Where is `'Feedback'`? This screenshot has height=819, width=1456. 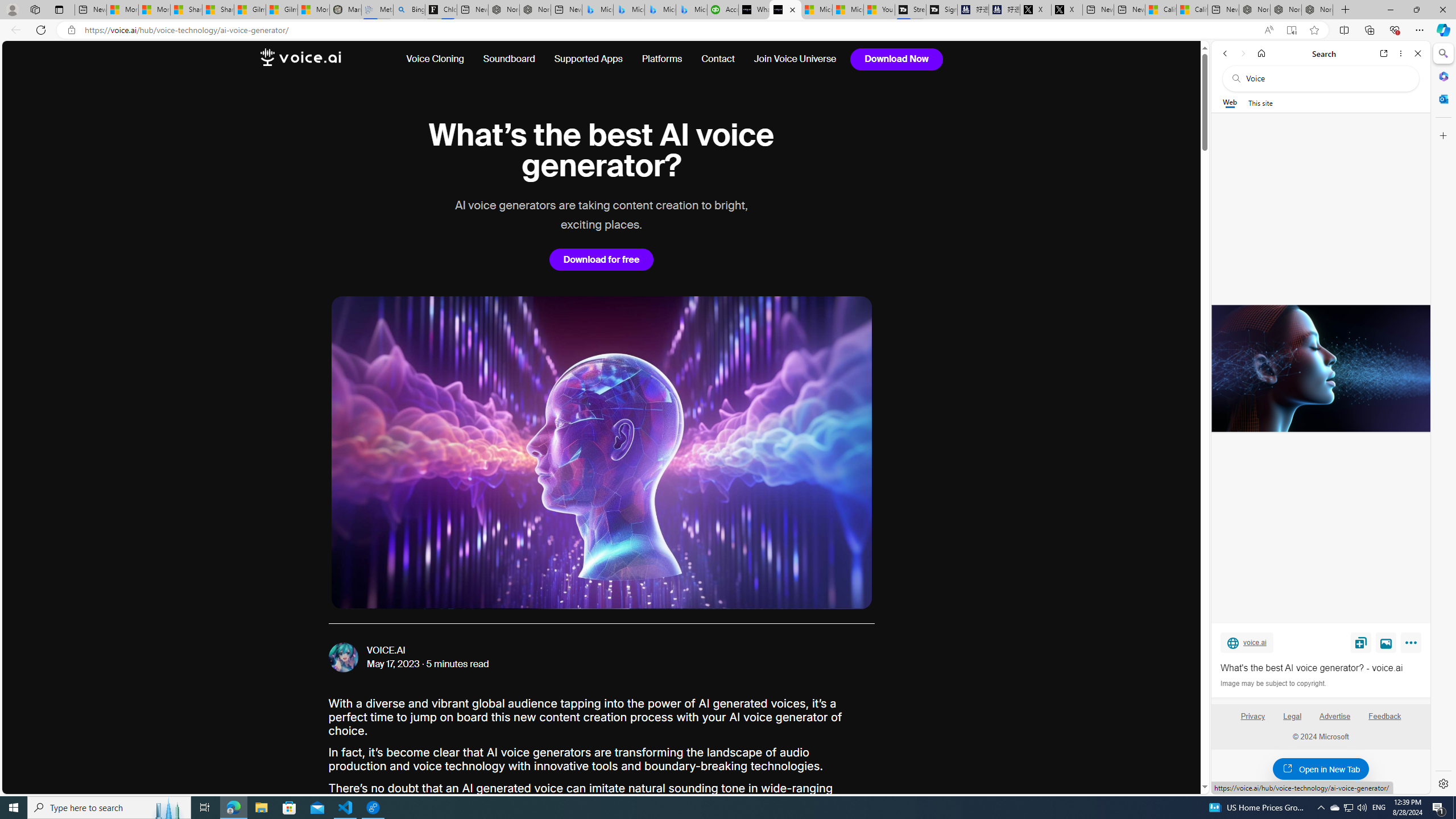
'Feedback' is located at coordinates (1384, 721).